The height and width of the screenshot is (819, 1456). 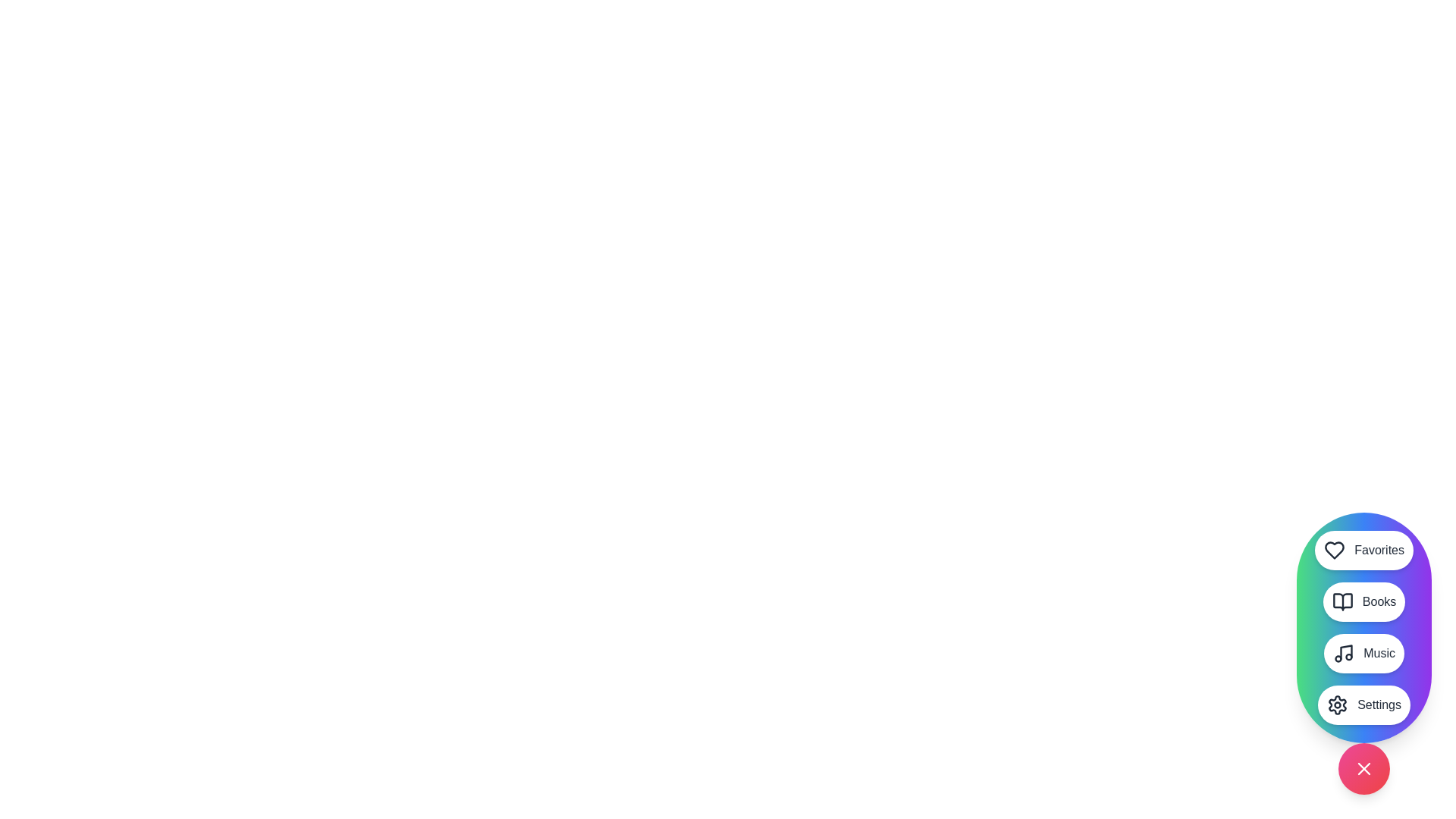 What do you see at coordinates (1364, 601) in the screenshot?
I see `the menu option Books to perform its associated action` at bounding box center [1364, 601].